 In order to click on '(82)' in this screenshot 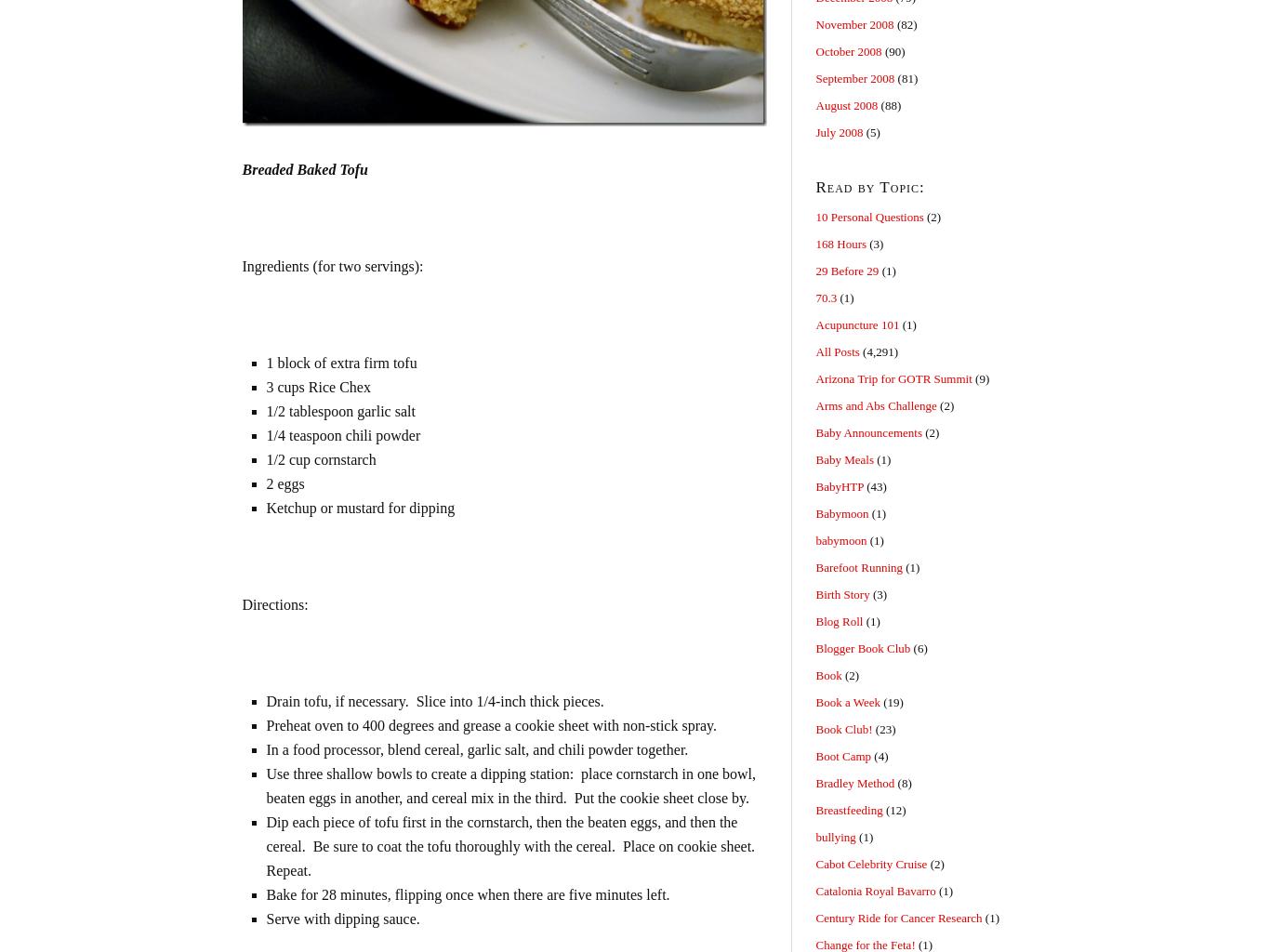, I will do `click(905, 24)`.